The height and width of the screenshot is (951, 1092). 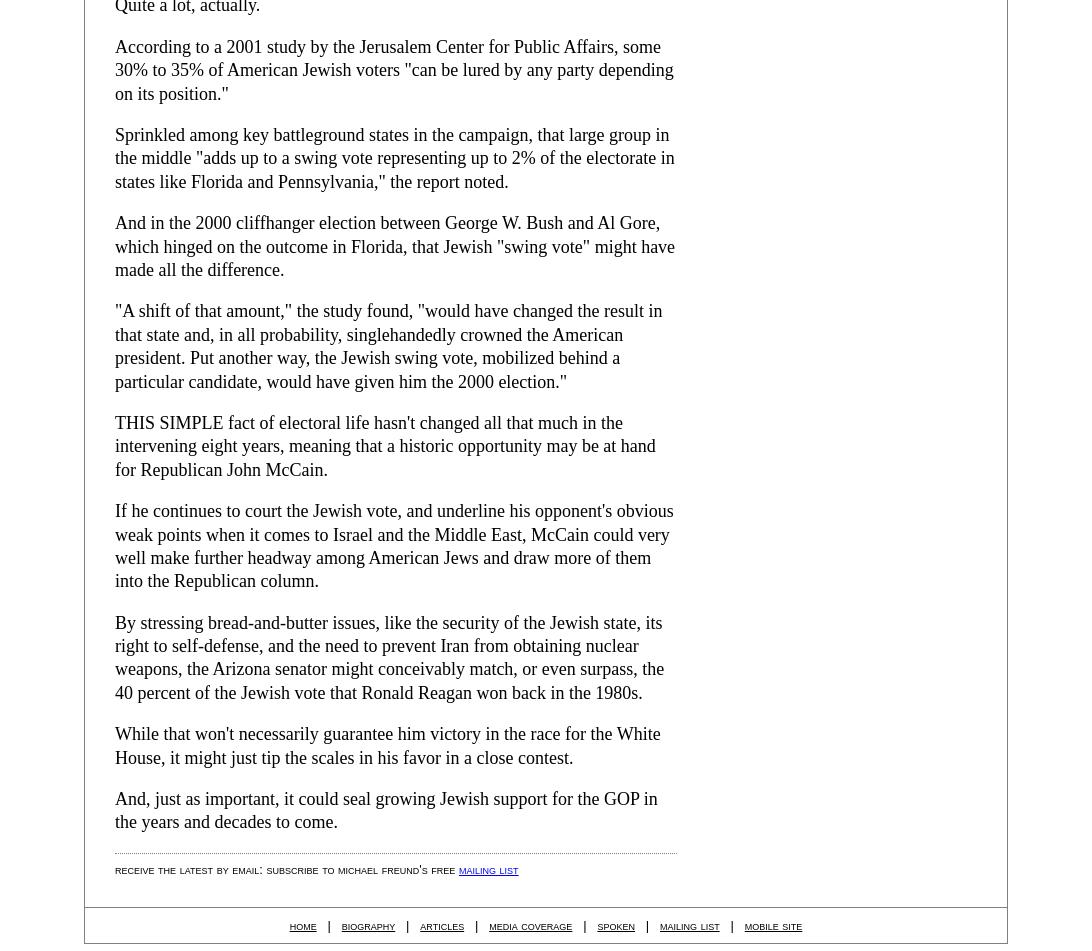 What do you see at coordinates (393, 544) in the screenshot?
I see `'If he continues to court the Jewish vote, and underline his opponent's obvious weak points when it comes to Israel and the Middle East, McCain could very well make further headway among American Jews and draw more of them into the Republican column.'` at bounding box center [393, 544].